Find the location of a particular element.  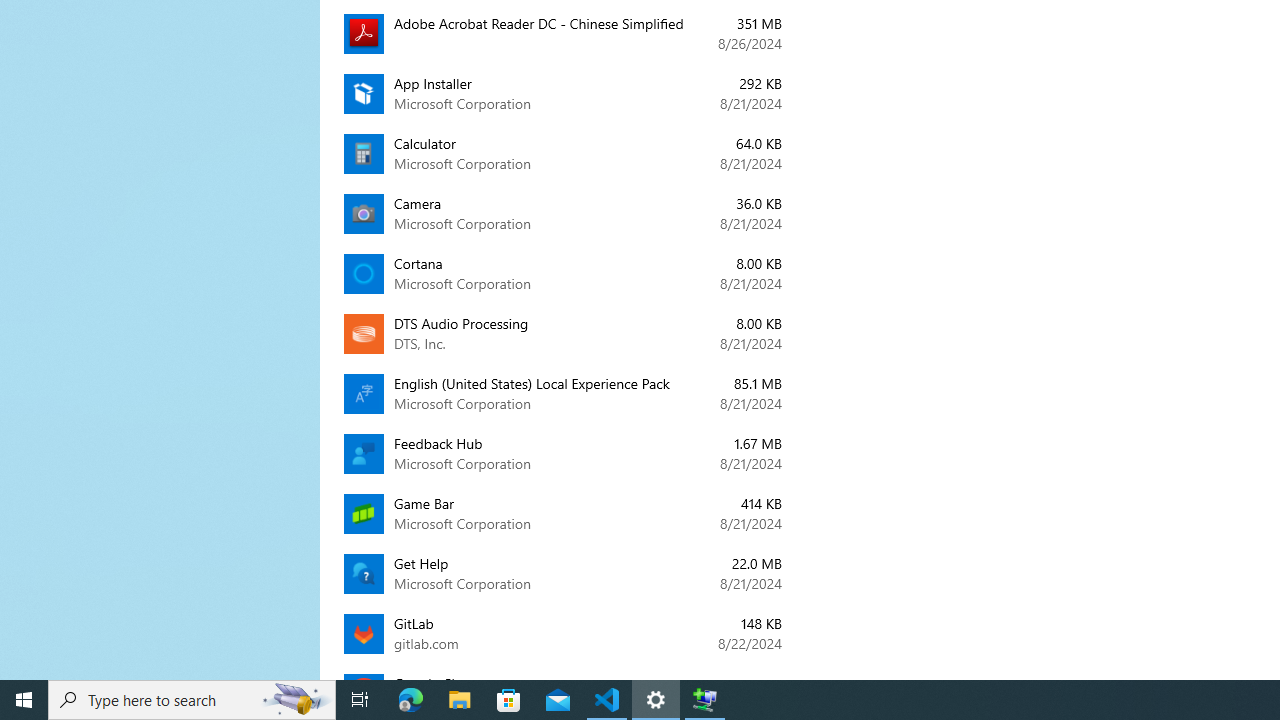

'Microsoft Edge' is located at coordinates (410, 698).